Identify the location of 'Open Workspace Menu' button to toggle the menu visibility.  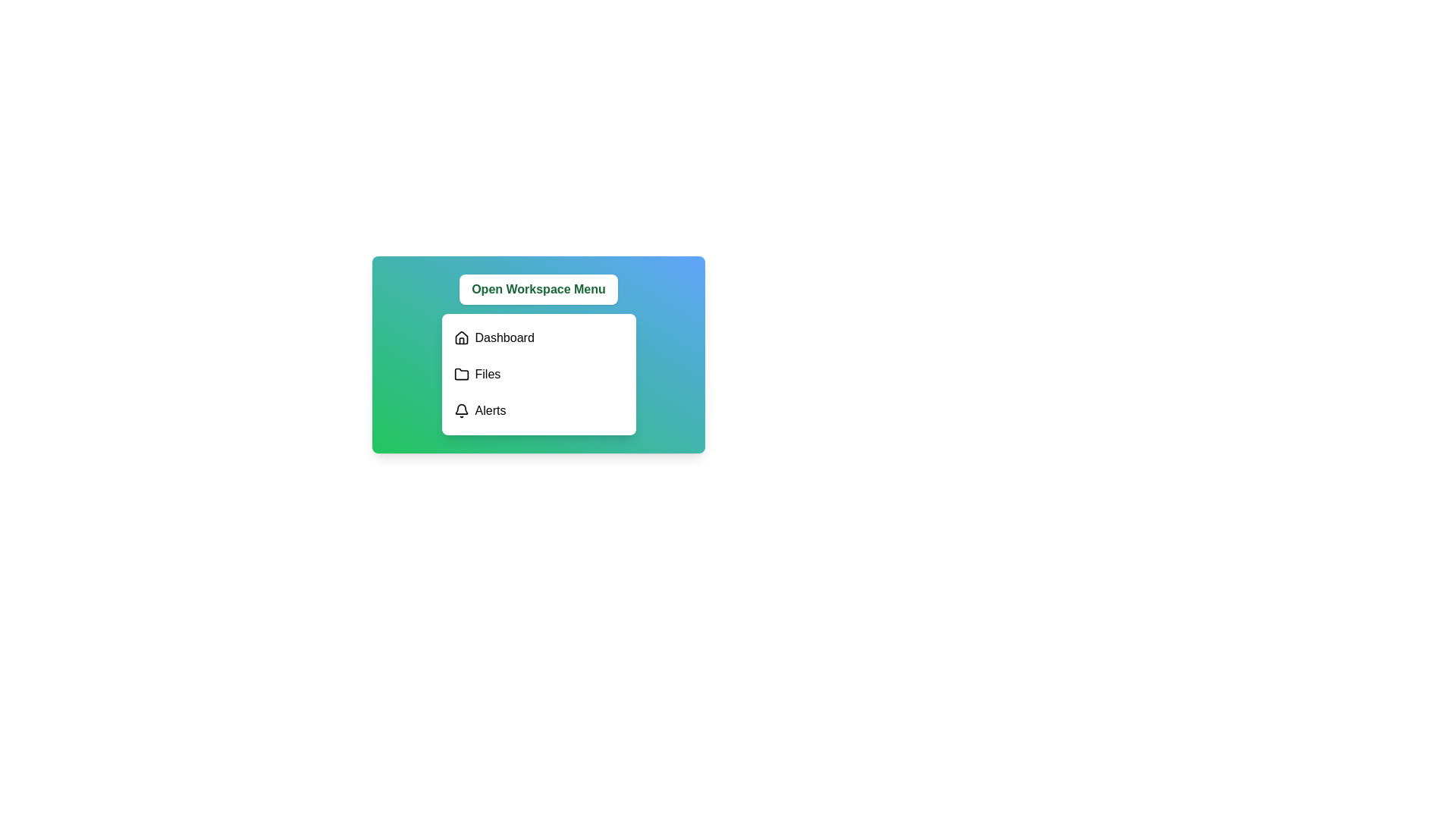
(538, 289).